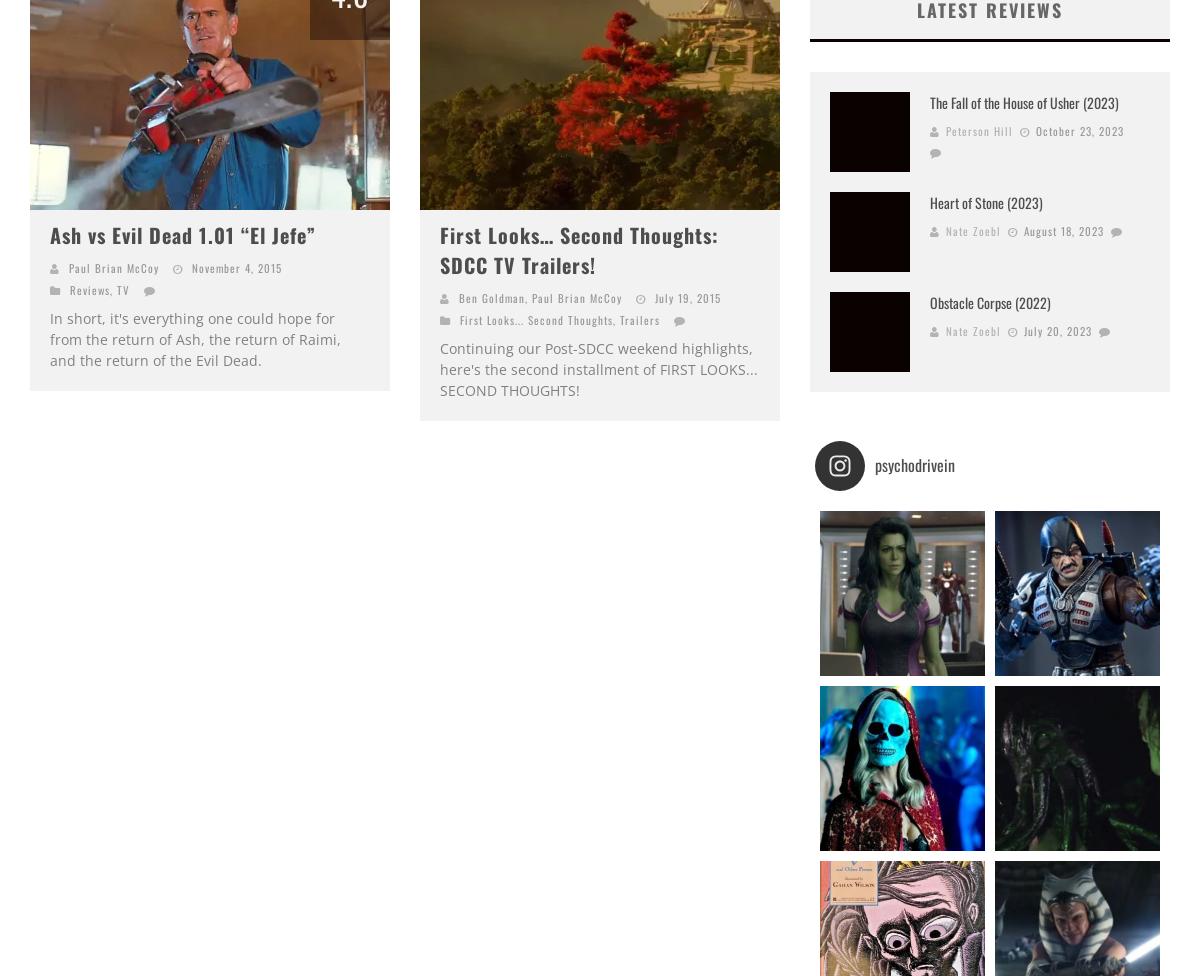  I want to click on 'Ash vs Evil Dead 1.01 “El Jefe”', so click(182, 234).